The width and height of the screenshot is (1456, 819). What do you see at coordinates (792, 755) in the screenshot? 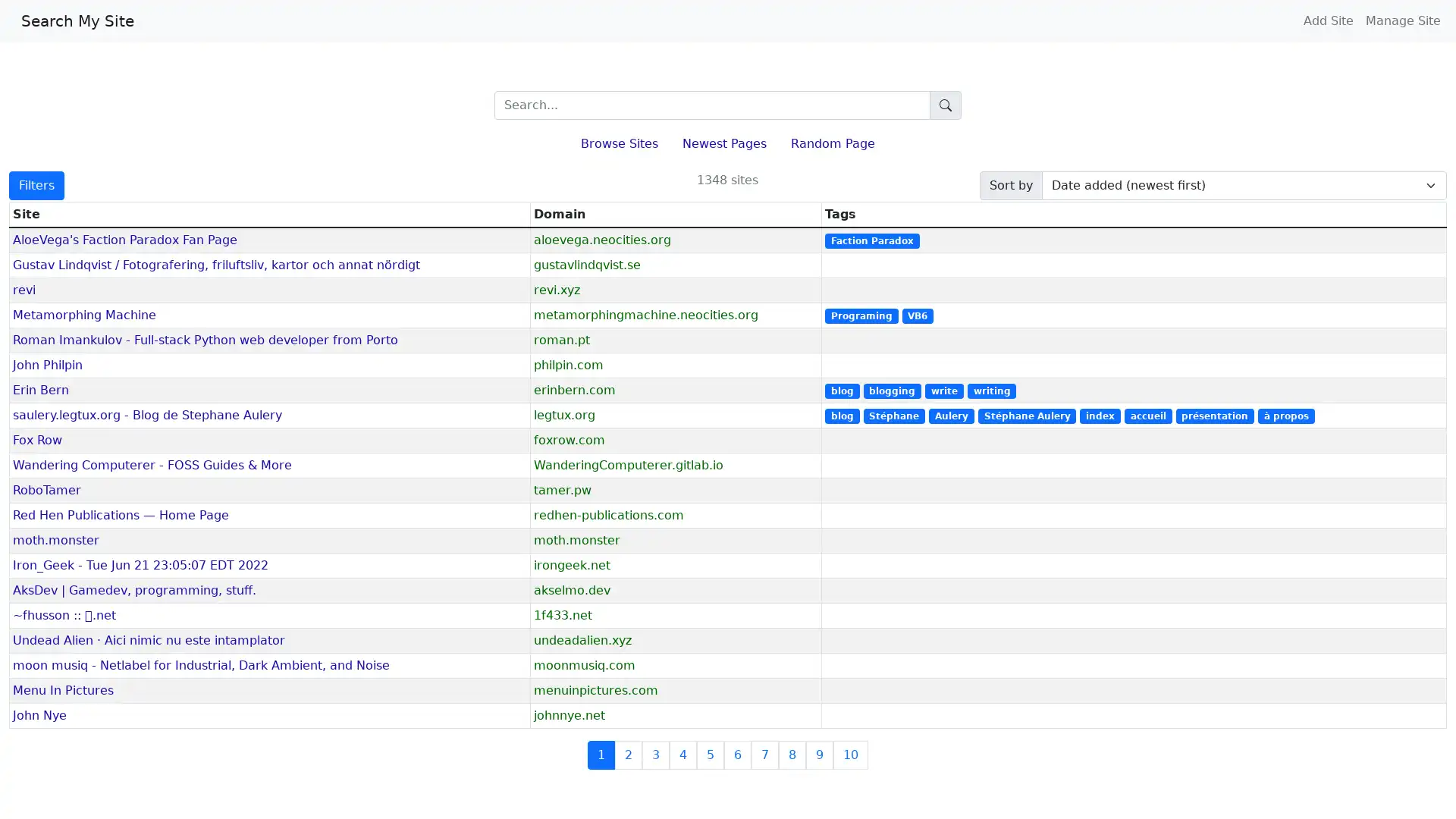
I see `8` at bounding box center [792, 755].